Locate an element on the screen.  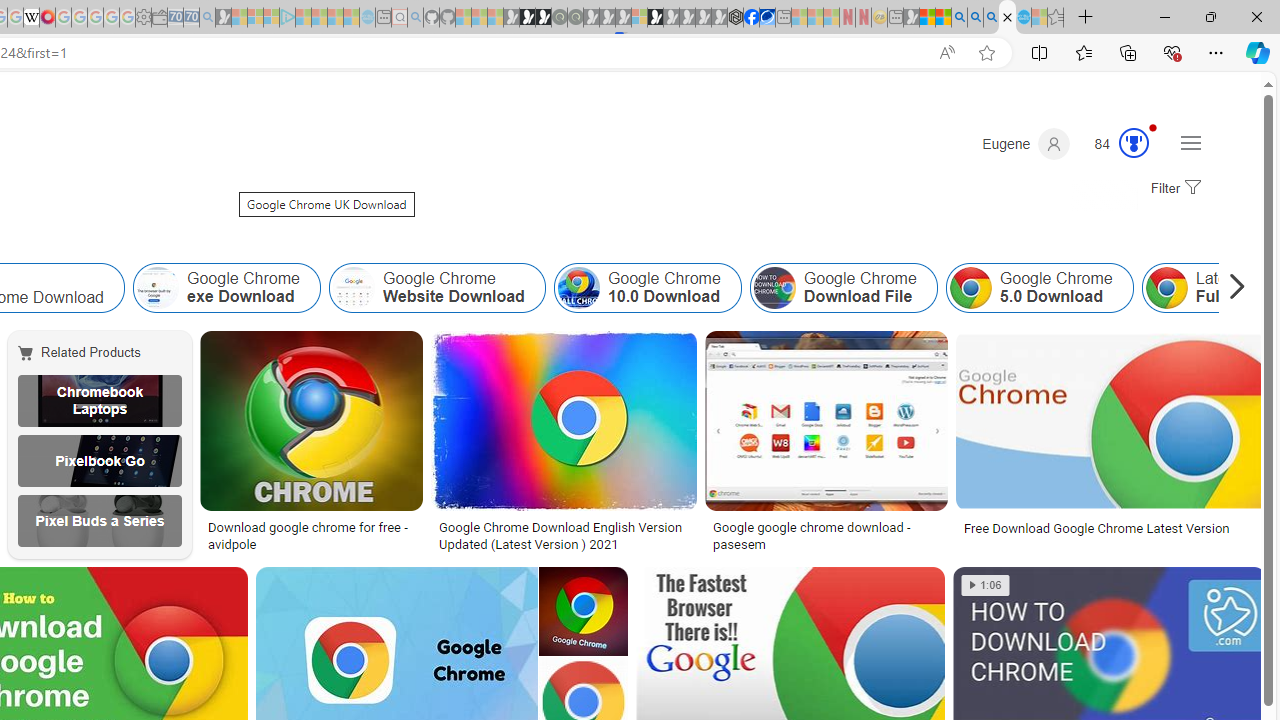
'Future Focus Report 2024 - Sleeping' is located at coordinates (574, 17).